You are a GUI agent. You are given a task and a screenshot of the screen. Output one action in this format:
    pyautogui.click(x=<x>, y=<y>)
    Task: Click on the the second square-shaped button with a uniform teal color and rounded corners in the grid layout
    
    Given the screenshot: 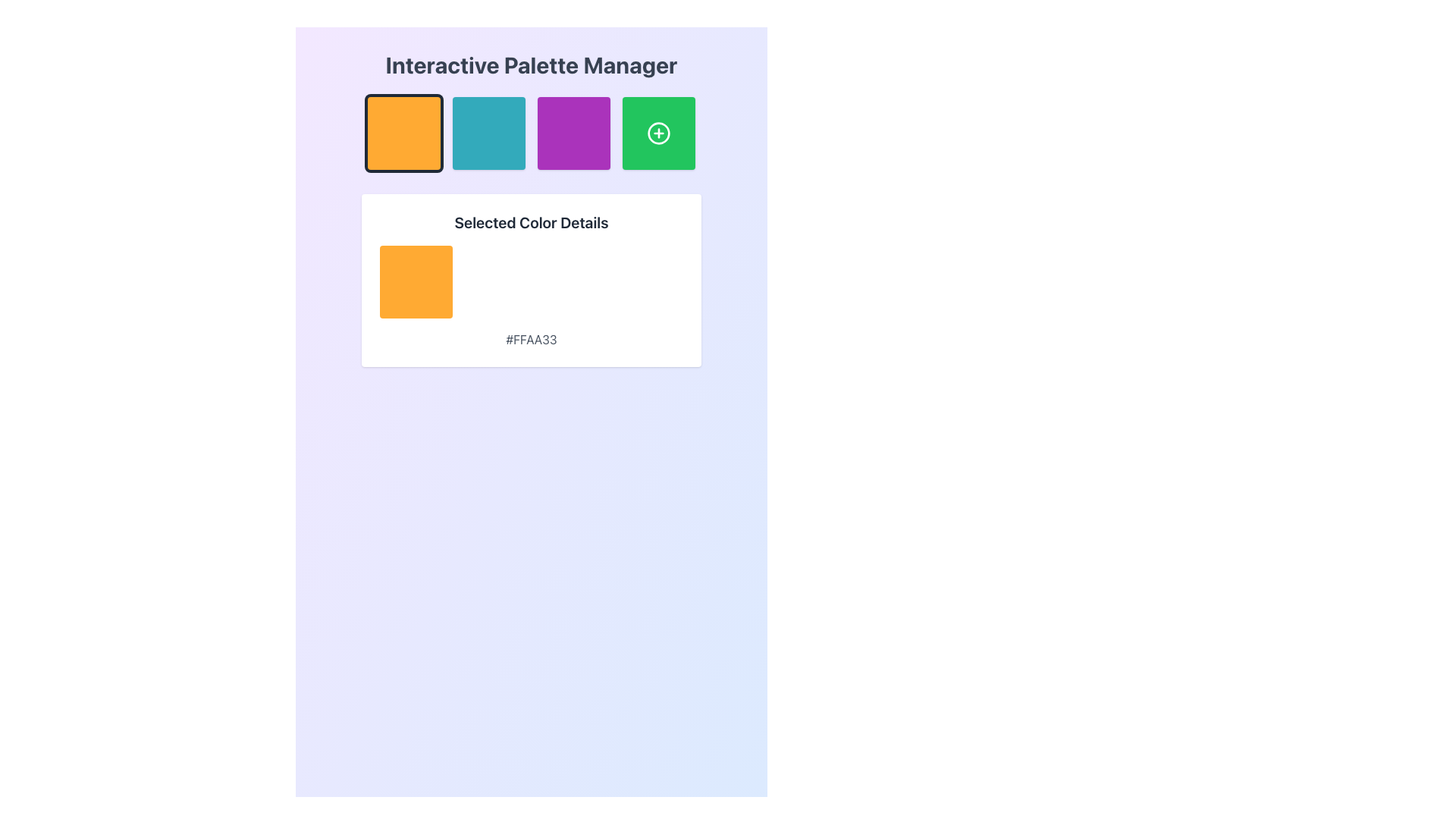 What is the action you would take?
    pyautogui.click(x=488, y=133)
    